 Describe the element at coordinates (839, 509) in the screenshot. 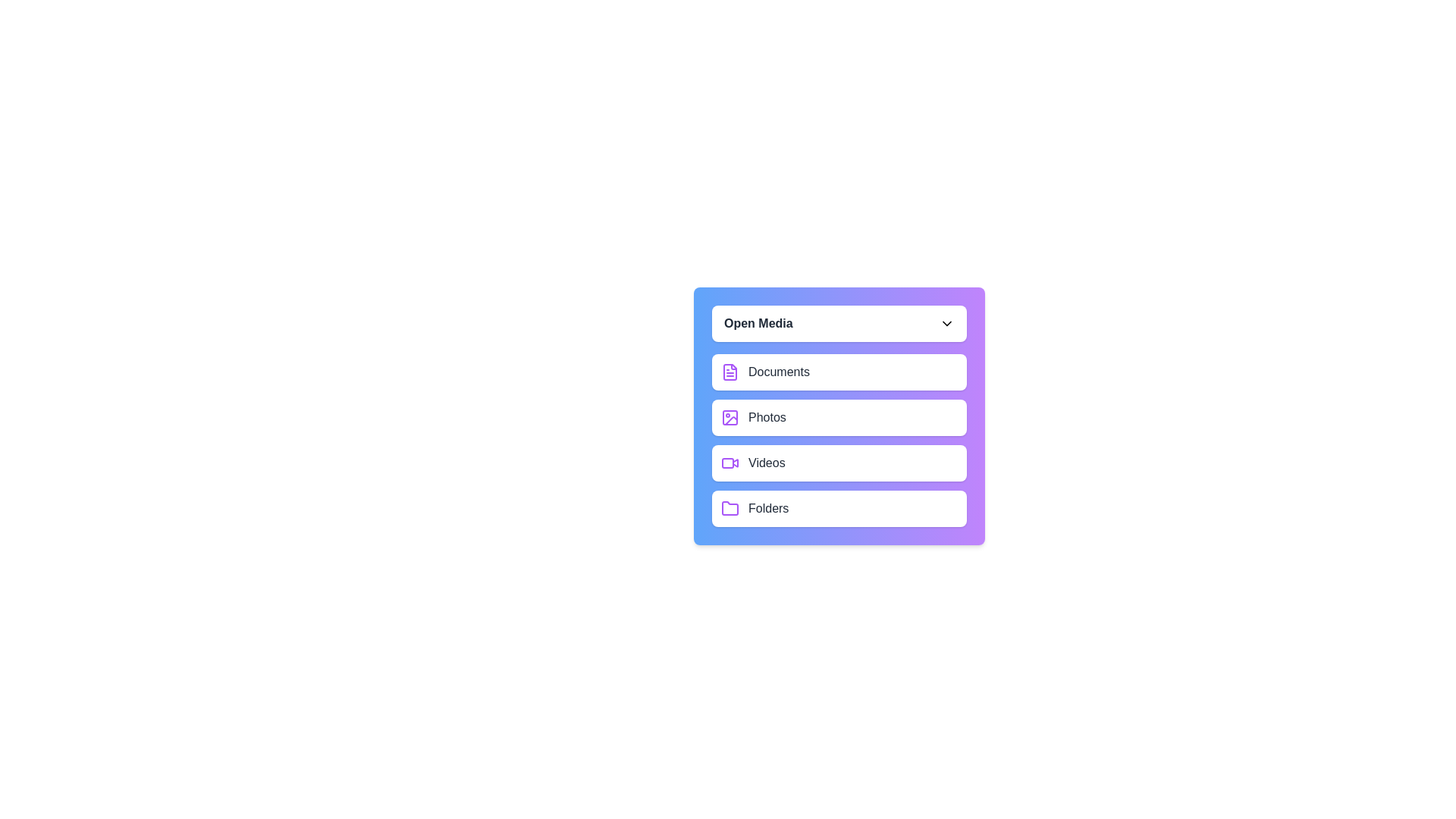

I see `the 'Folders' button, the fourth item in the vertically stacked list of interactive buttons` at that location.